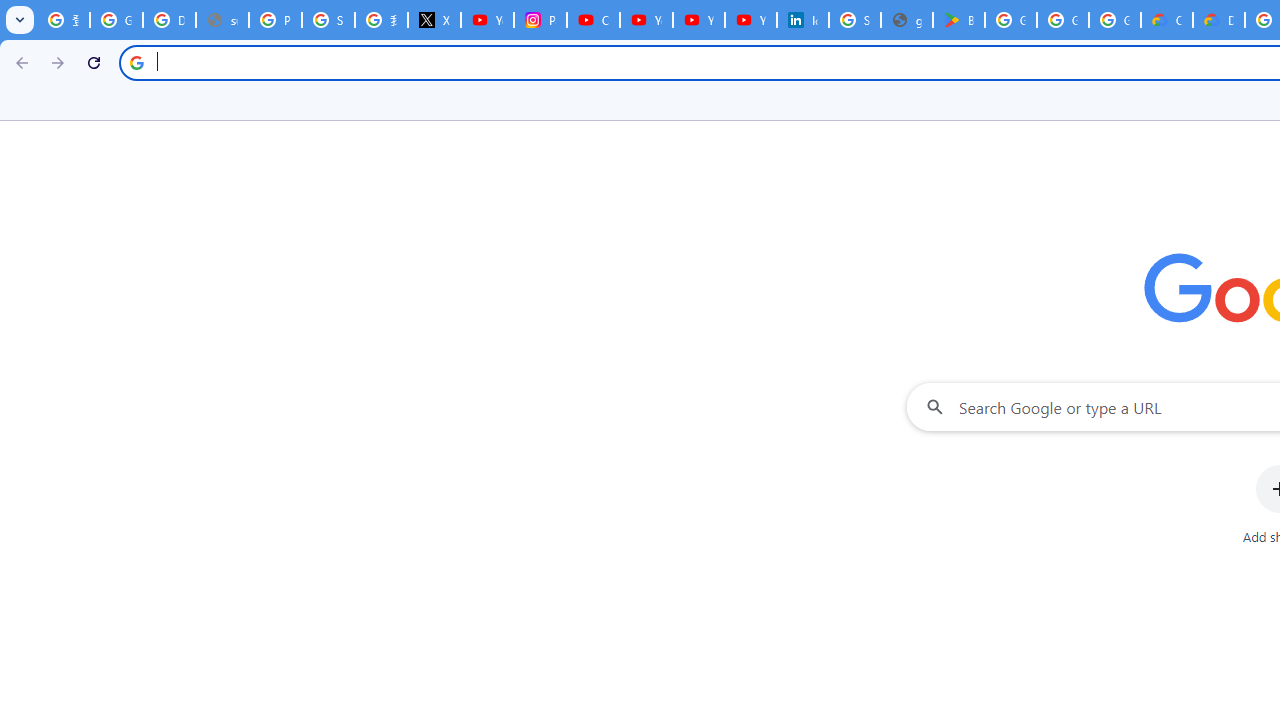 The height and width of the screenshot is (720, 1280). I want to click on 'YouTube Content Monetization Policies - How YouTube Works', so click(487, 20).